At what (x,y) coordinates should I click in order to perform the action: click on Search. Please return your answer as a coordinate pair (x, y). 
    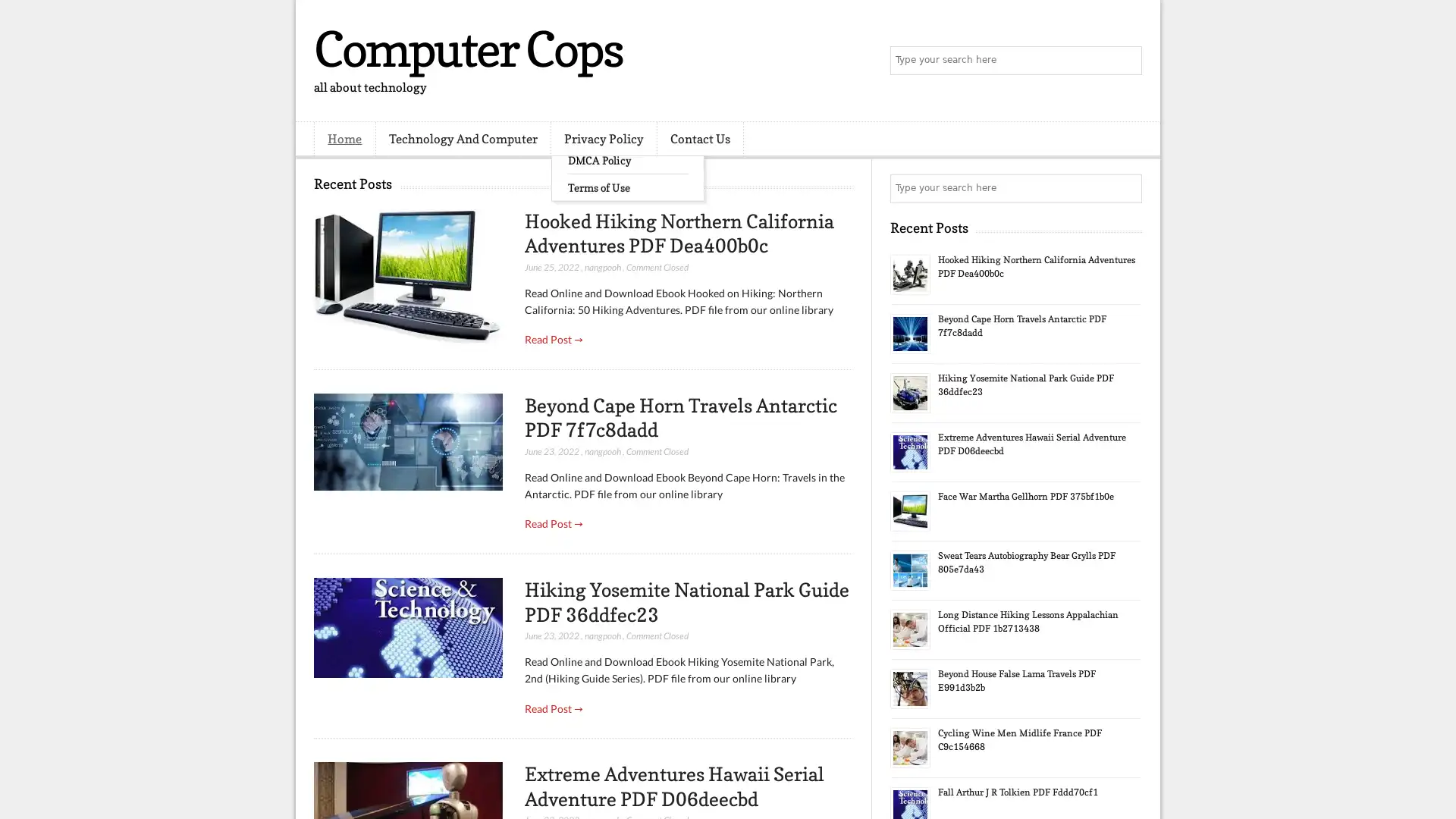
    Looking at the image, I should click on (1126, 188).